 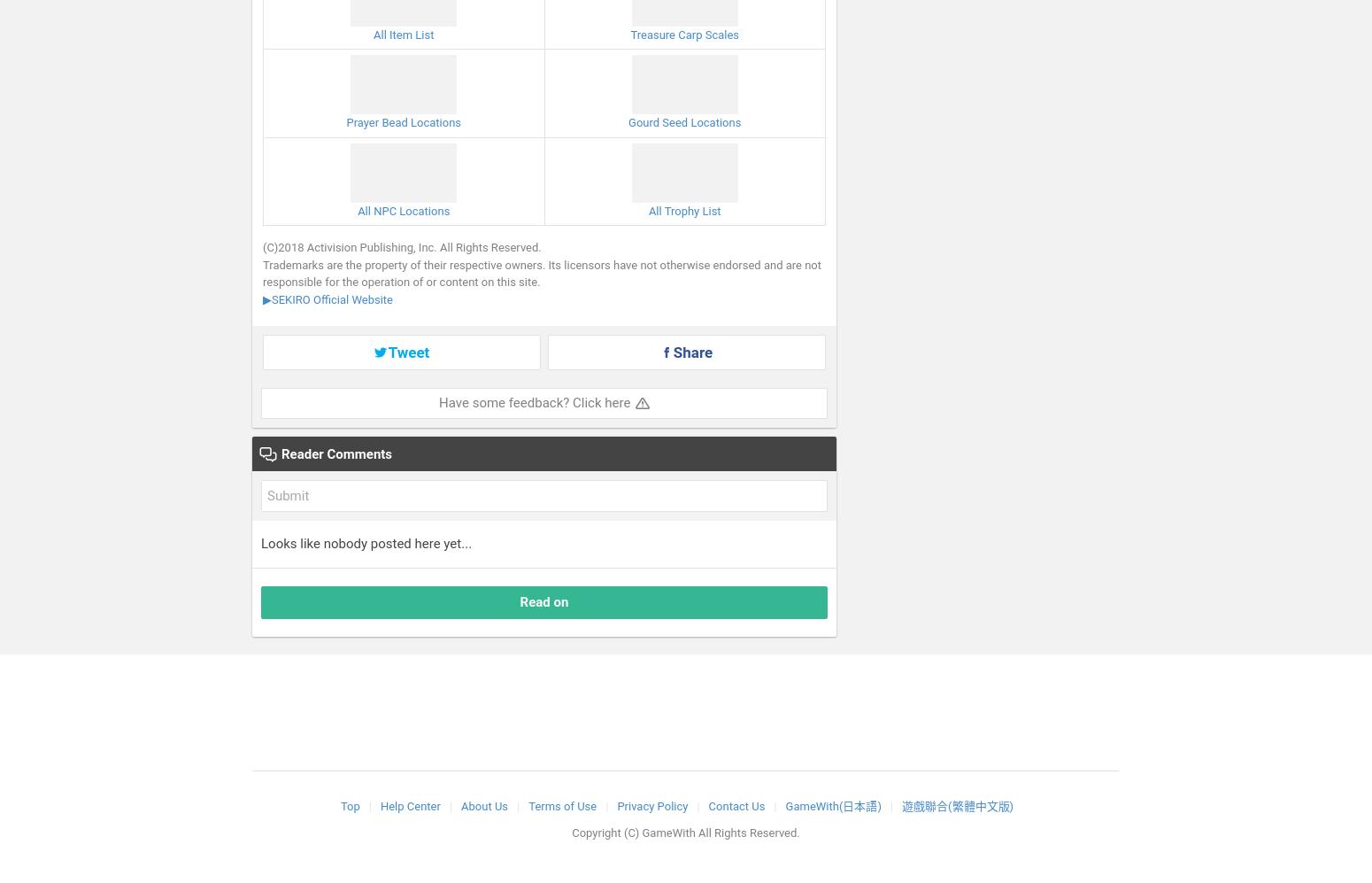 What do you see at coordinates (335, 452) in the screenshot?
I see `'Reader Comments'` at bounding box center [335, 452].